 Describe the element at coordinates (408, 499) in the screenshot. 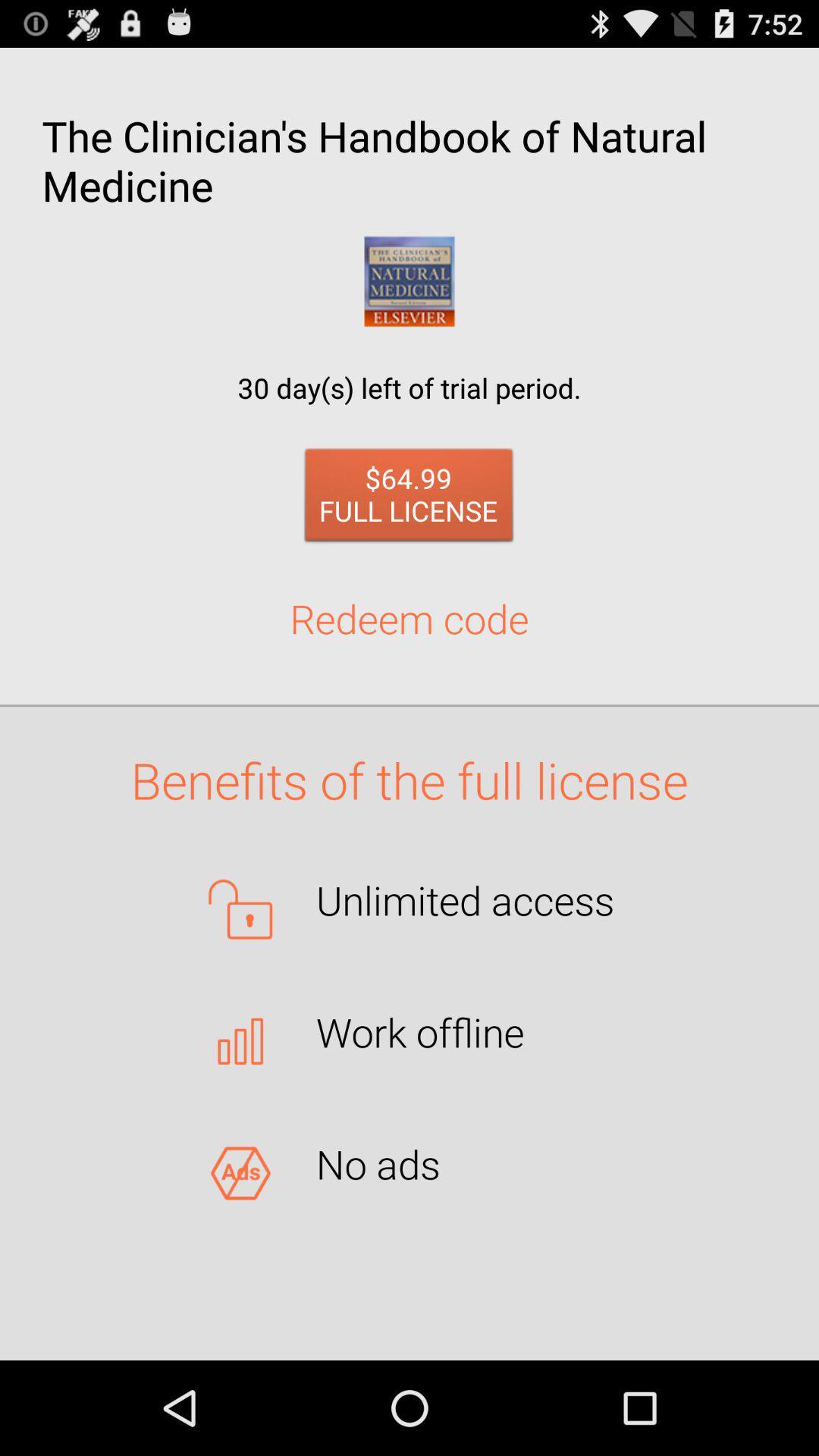

I see `icon below 30 day s app` at that location.